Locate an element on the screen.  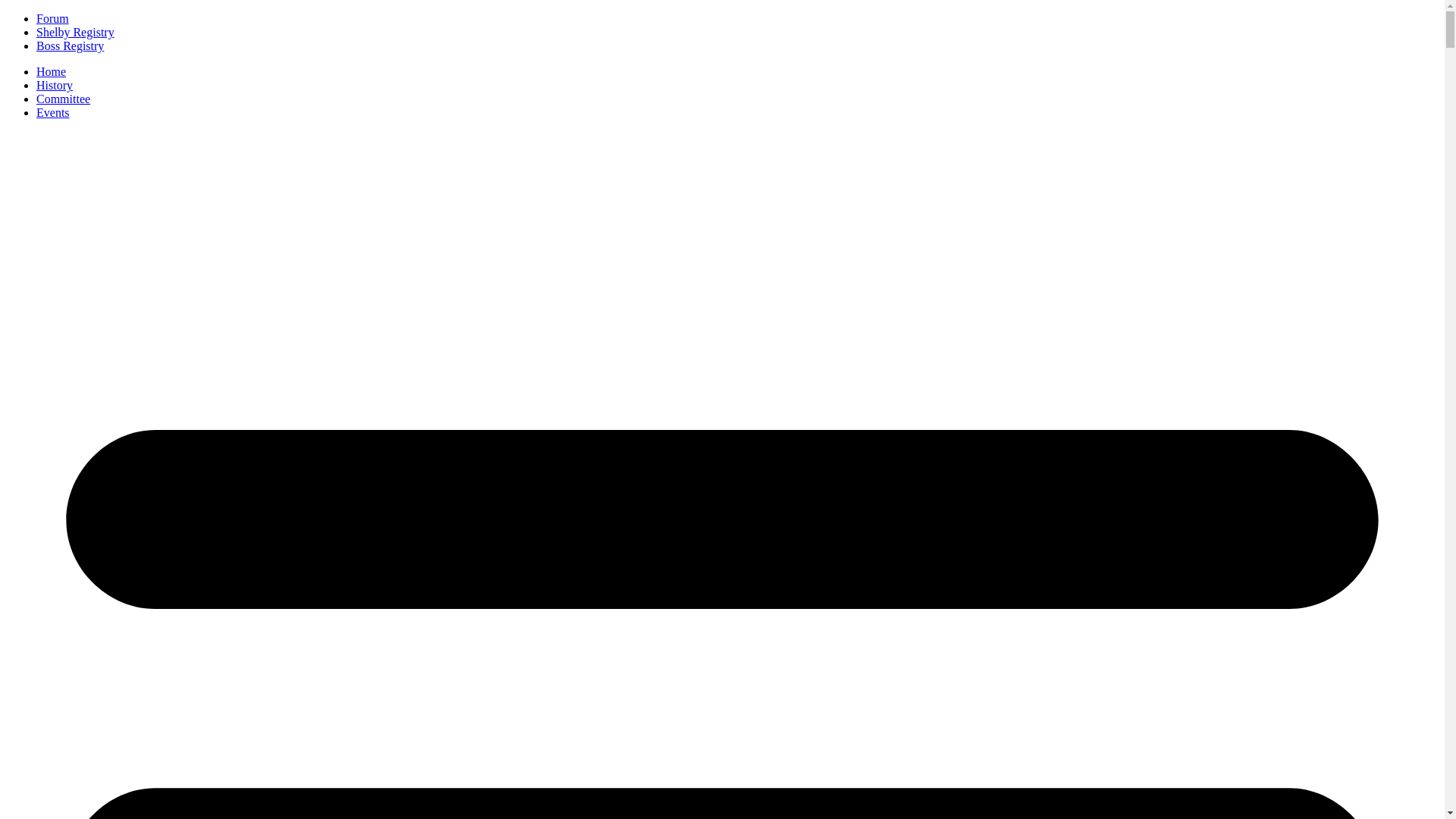
'Shelby Registry' is located at coordinates (74, 32).